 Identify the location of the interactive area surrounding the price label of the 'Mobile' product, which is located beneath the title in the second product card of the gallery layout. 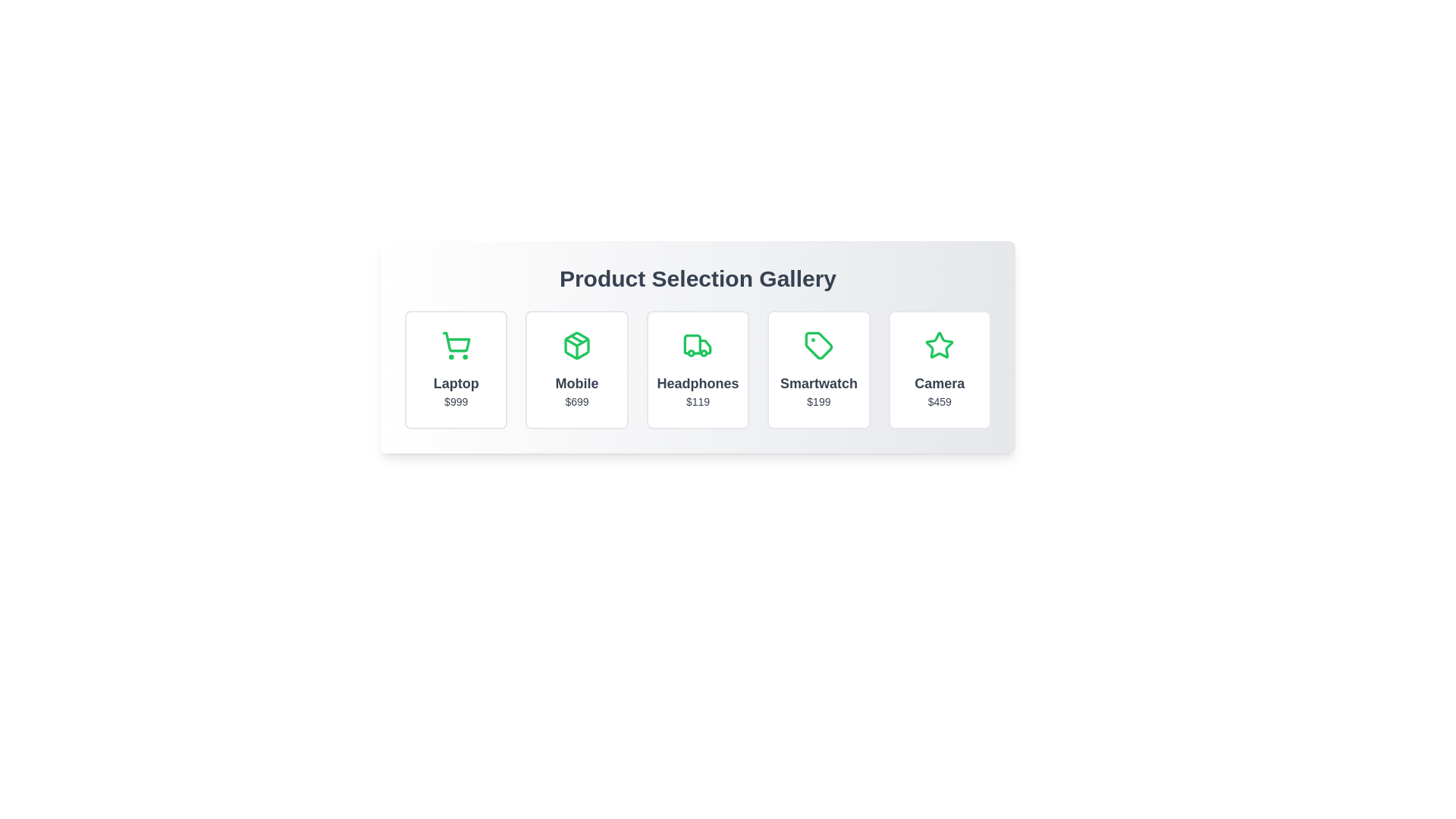
(576, 400).